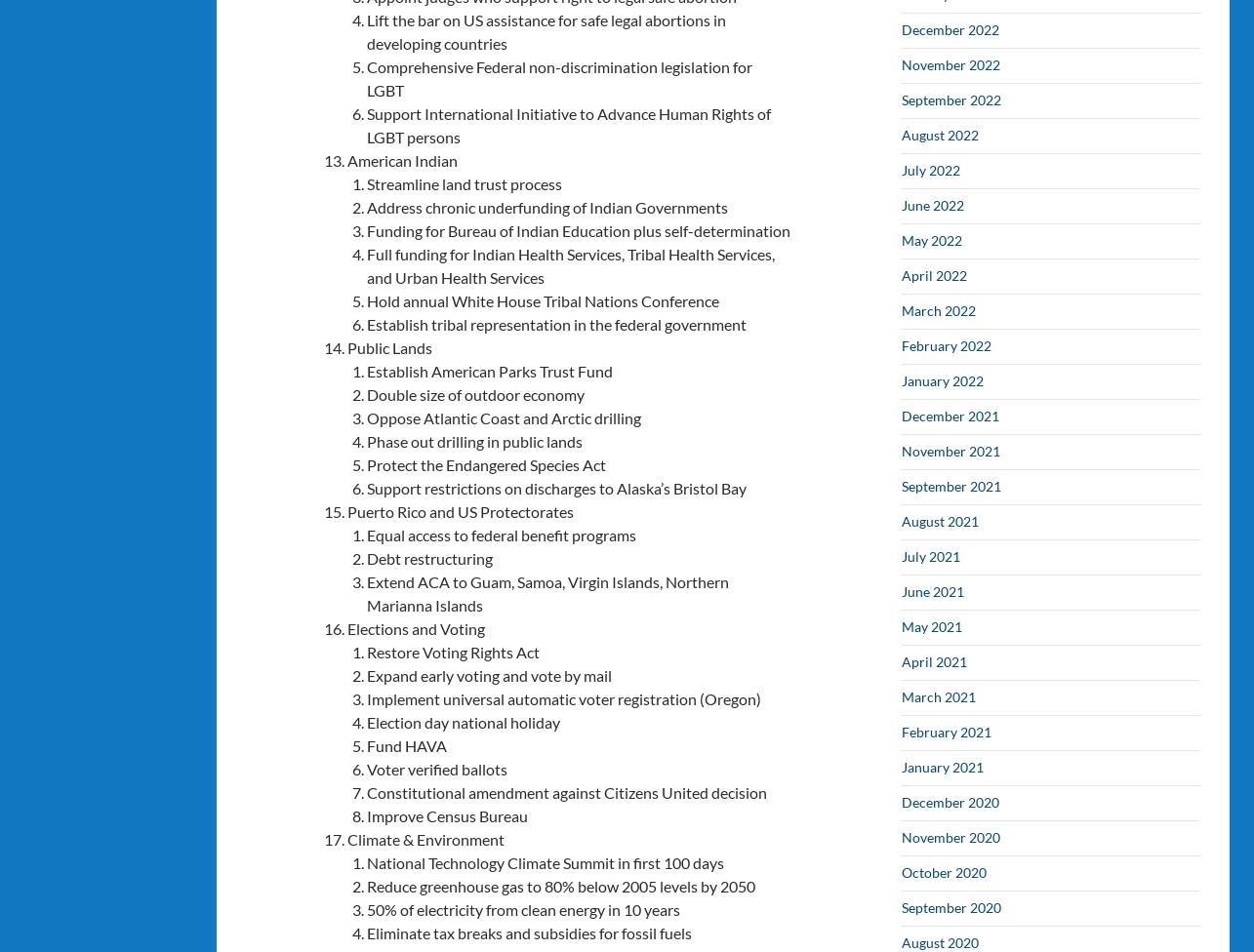  What do you see at coordinates (365, 323) in the screenshot?
I see `'Establish tribal representation in the federal government'` at bounding box center [365, 323].